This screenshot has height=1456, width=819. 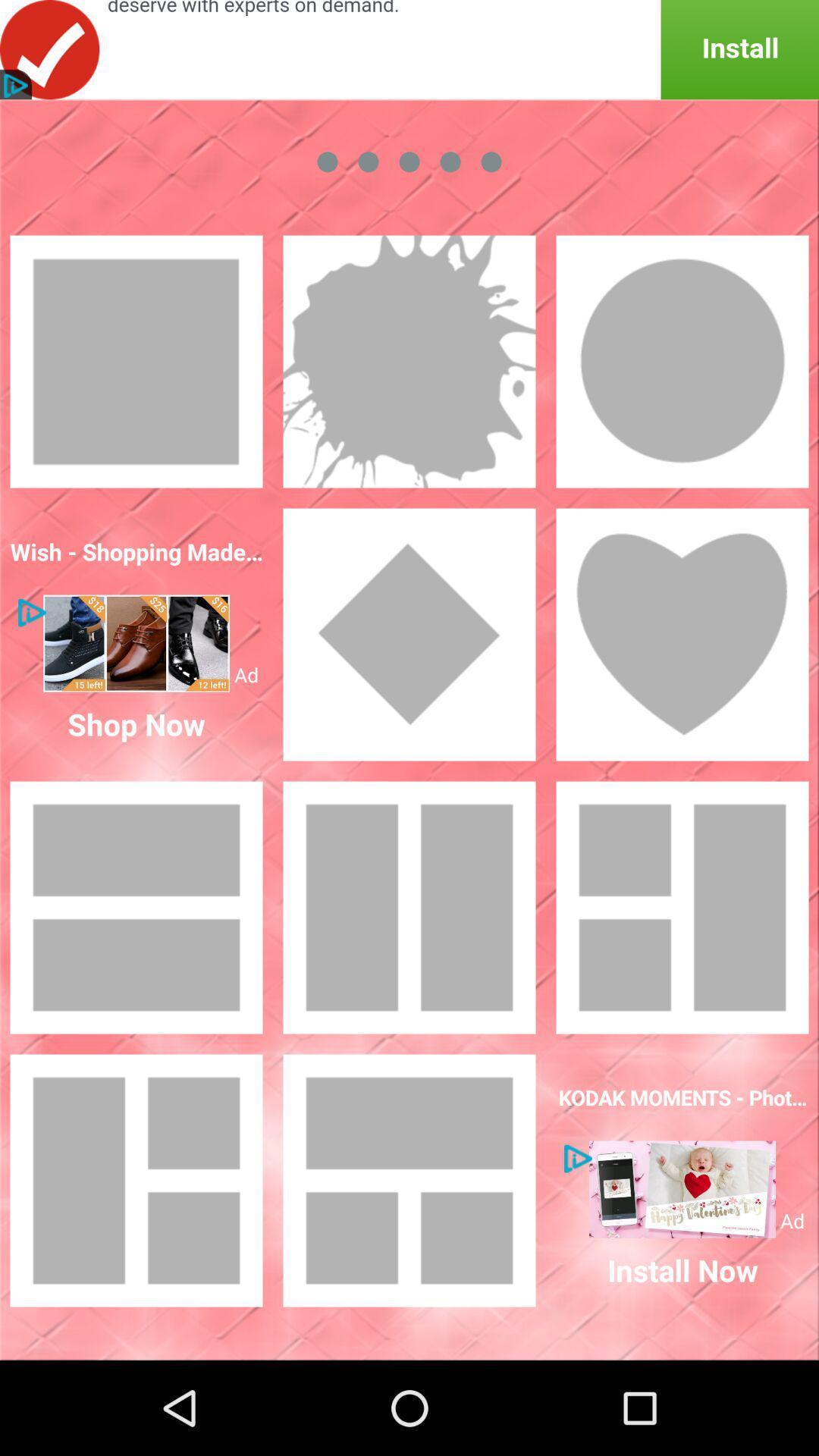 What do you see at coordinates (409, 360) in the screenshot?
I see `choose the selection` at bounding box center [409, 360].